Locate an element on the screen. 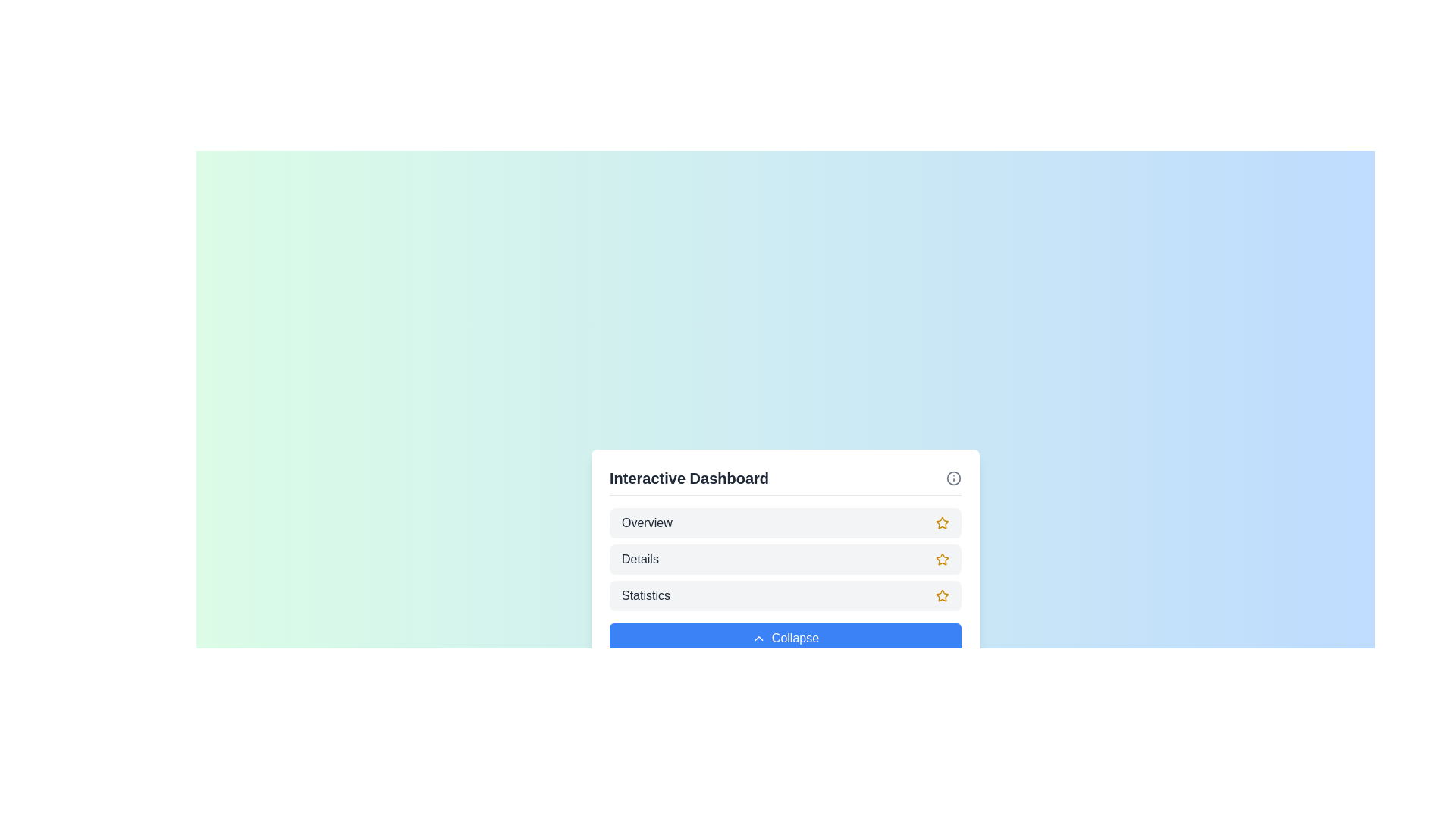 This screenshot has height=819, width=1456. the bottommost button within the 'Interactive Dashboard' widget is located at coordinates (786, 637).